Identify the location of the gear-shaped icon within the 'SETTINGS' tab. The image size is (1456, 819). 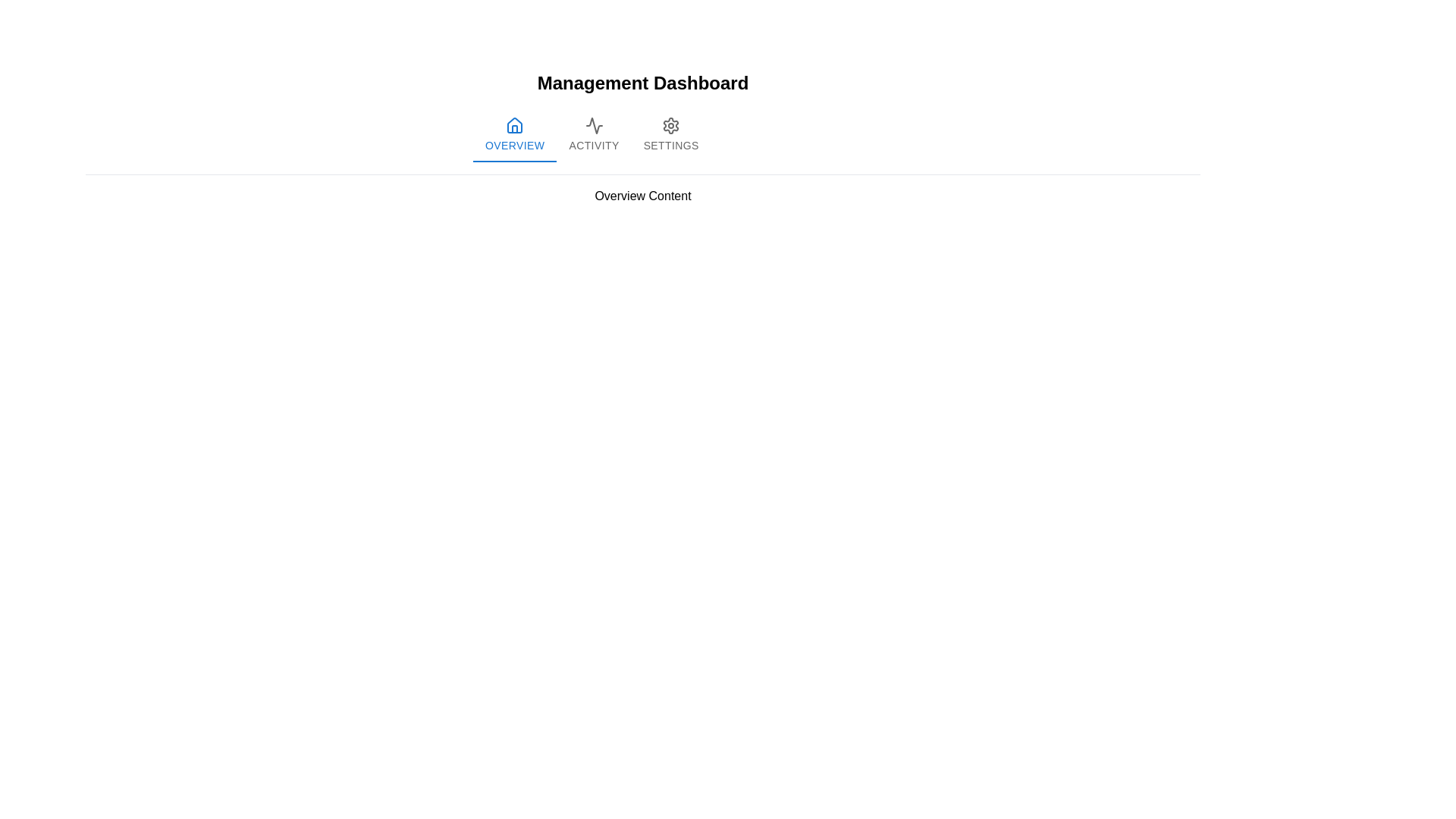
(670, 125).